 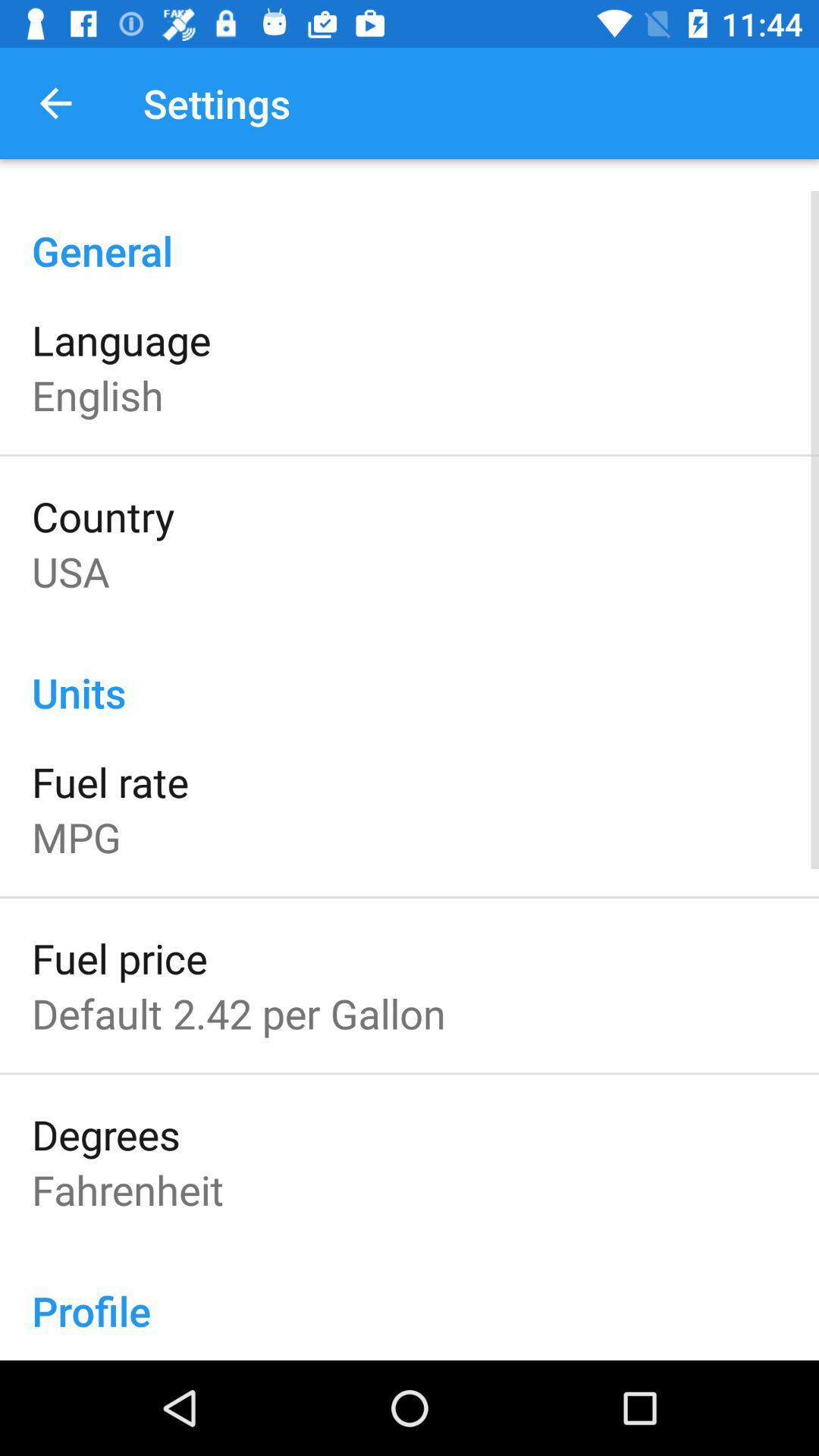 I want to click on the icon below the fuel rate icon, so click(x=76, y=836).